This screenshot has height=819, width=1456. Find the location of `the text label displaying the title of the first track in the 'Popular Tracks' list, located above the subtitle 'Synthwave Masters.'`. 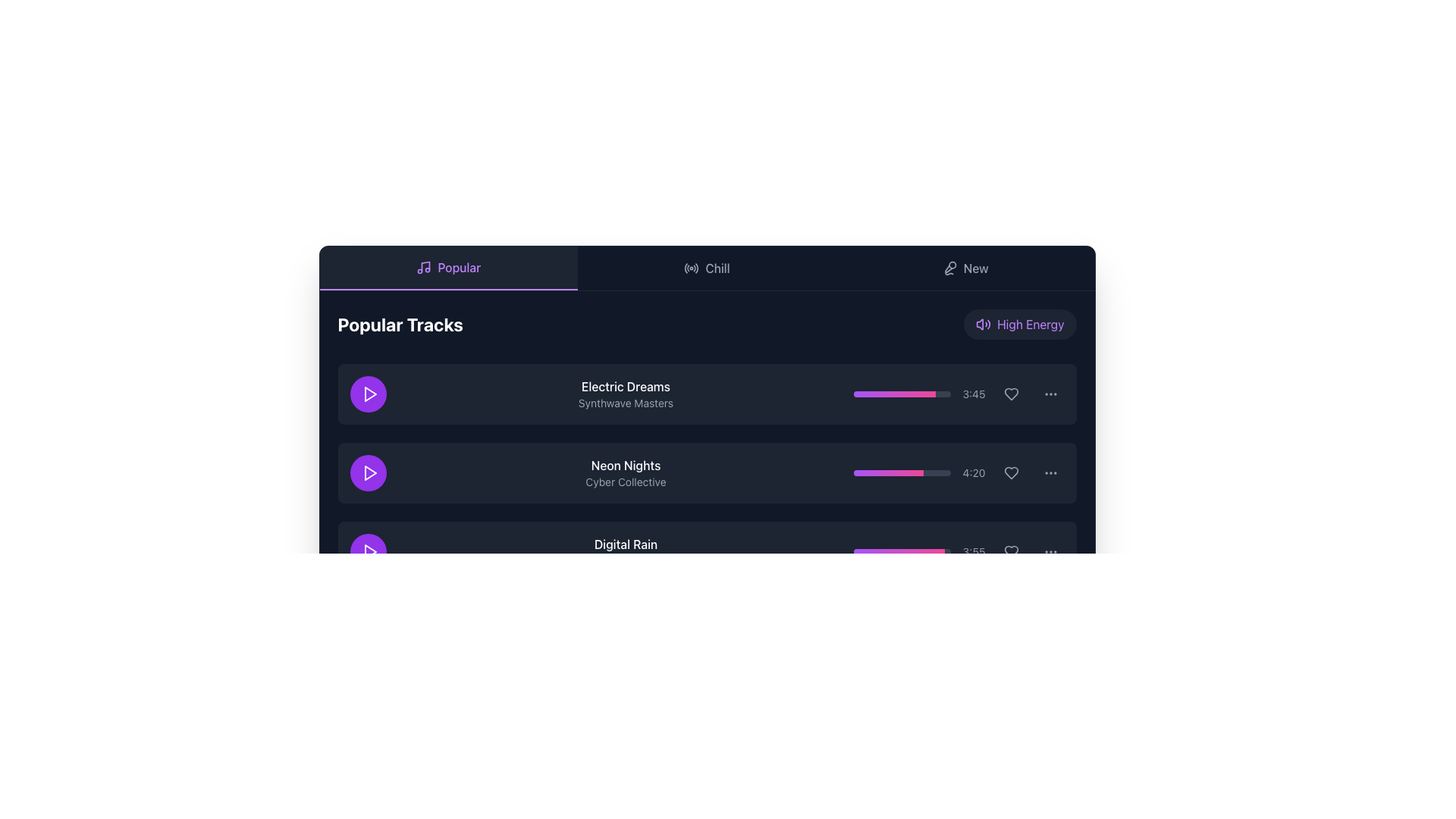

the text label displaying the title of the first track in the 'Popular Tracks' list, located above the subtitle 'Synthwave Masters.' is located at coordinates (626, 385).